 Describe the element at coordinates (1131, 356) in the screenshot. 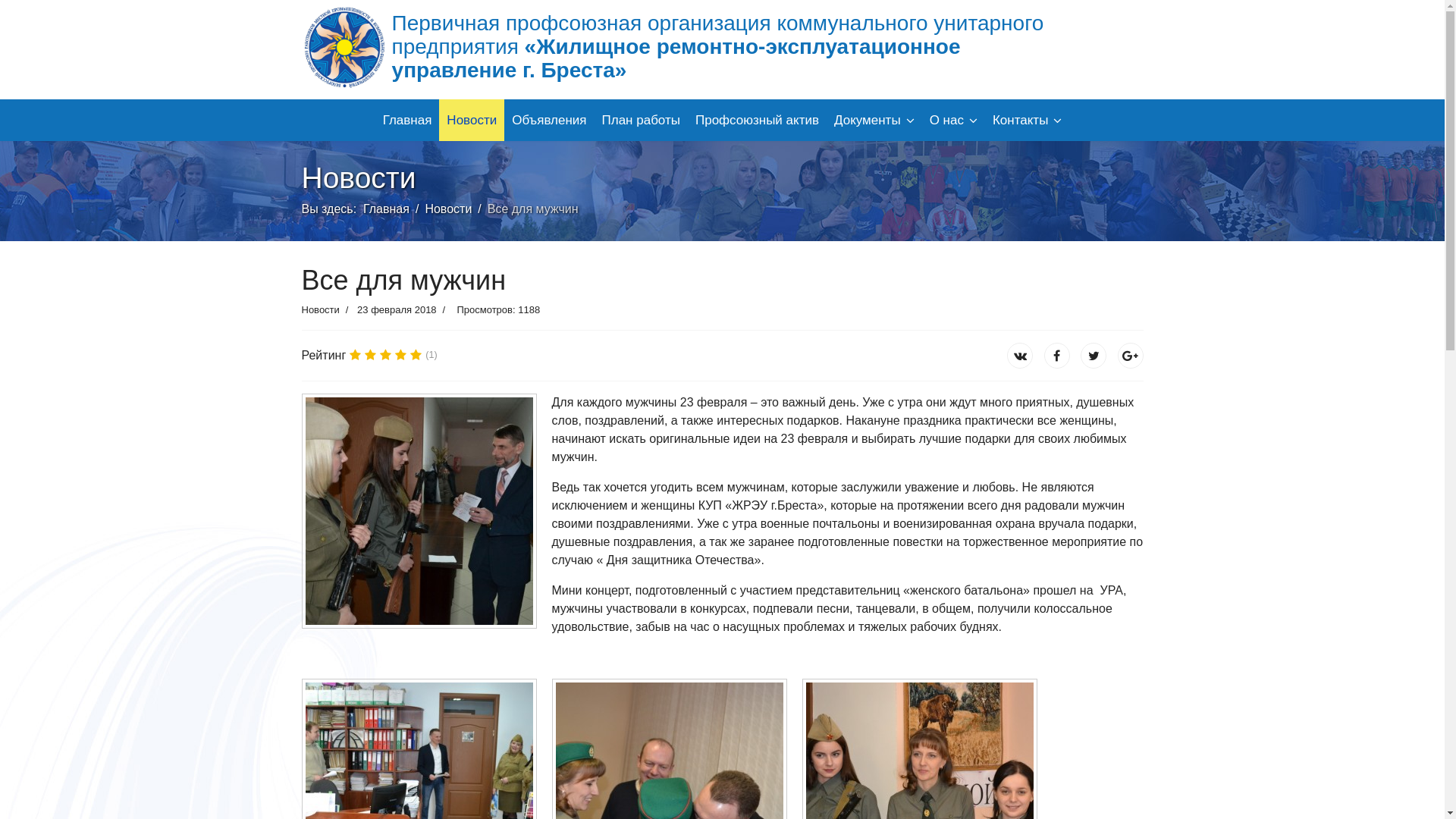

I see `'Google Plus'` at that location.